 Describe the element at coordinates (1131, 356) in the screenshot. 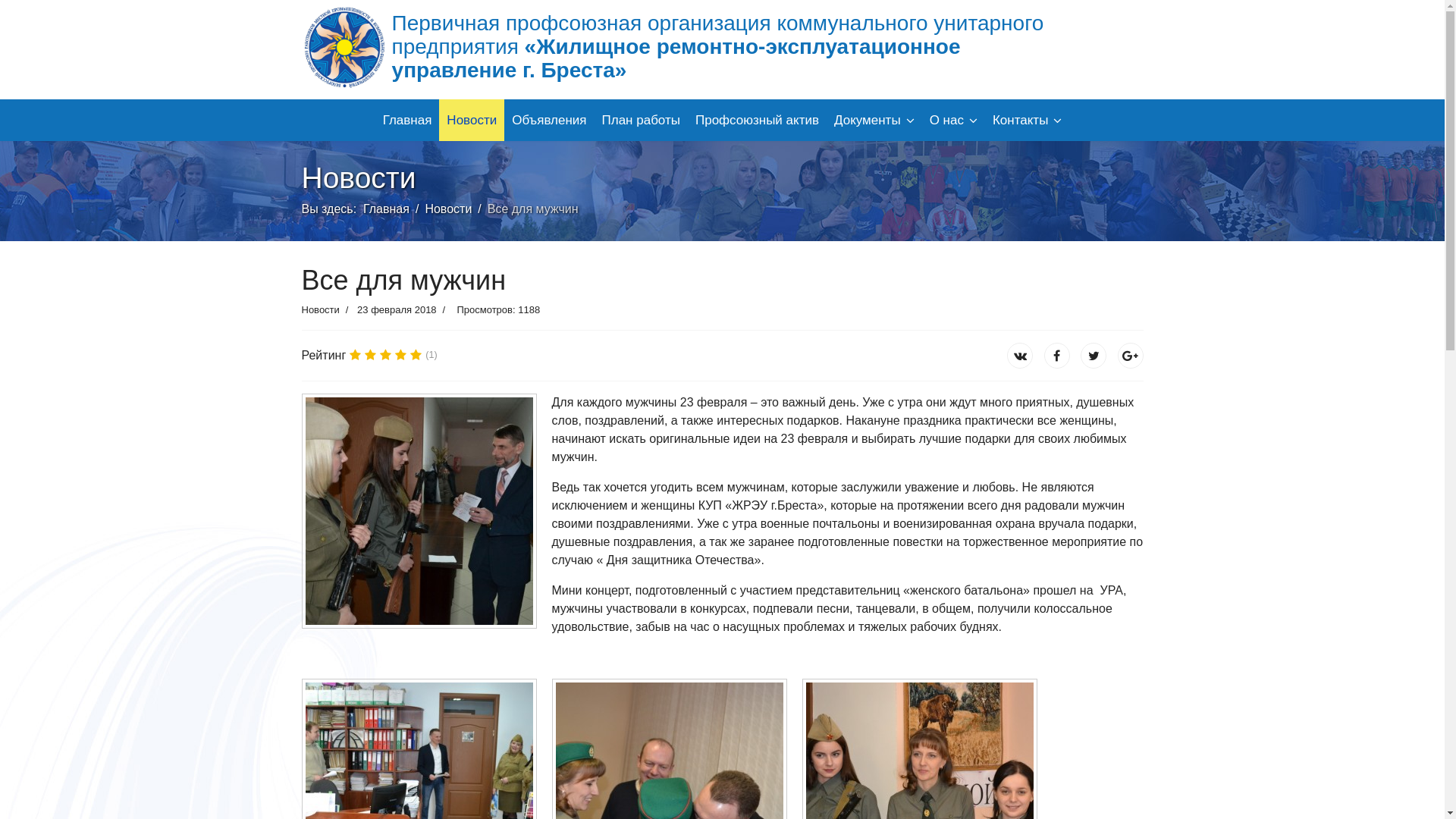

I see `'Google Plus'` at that location.